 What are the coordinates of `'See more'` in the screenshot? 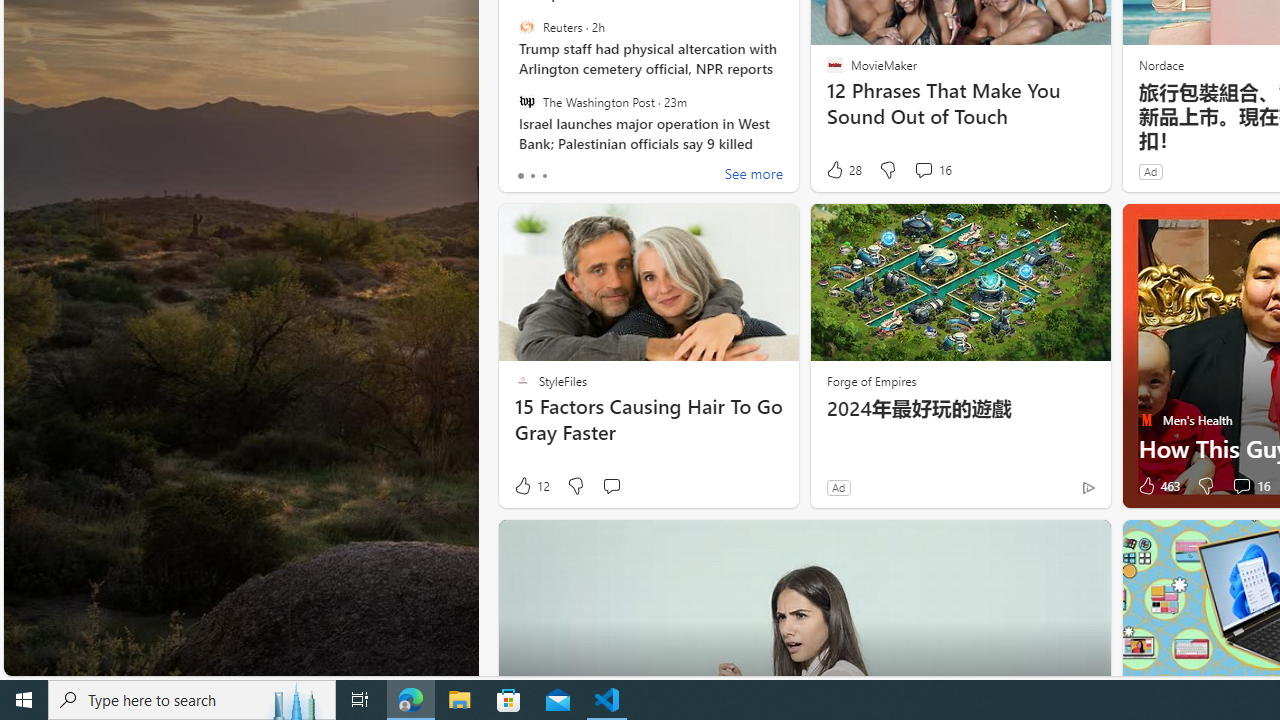 It's located at (752, 175).